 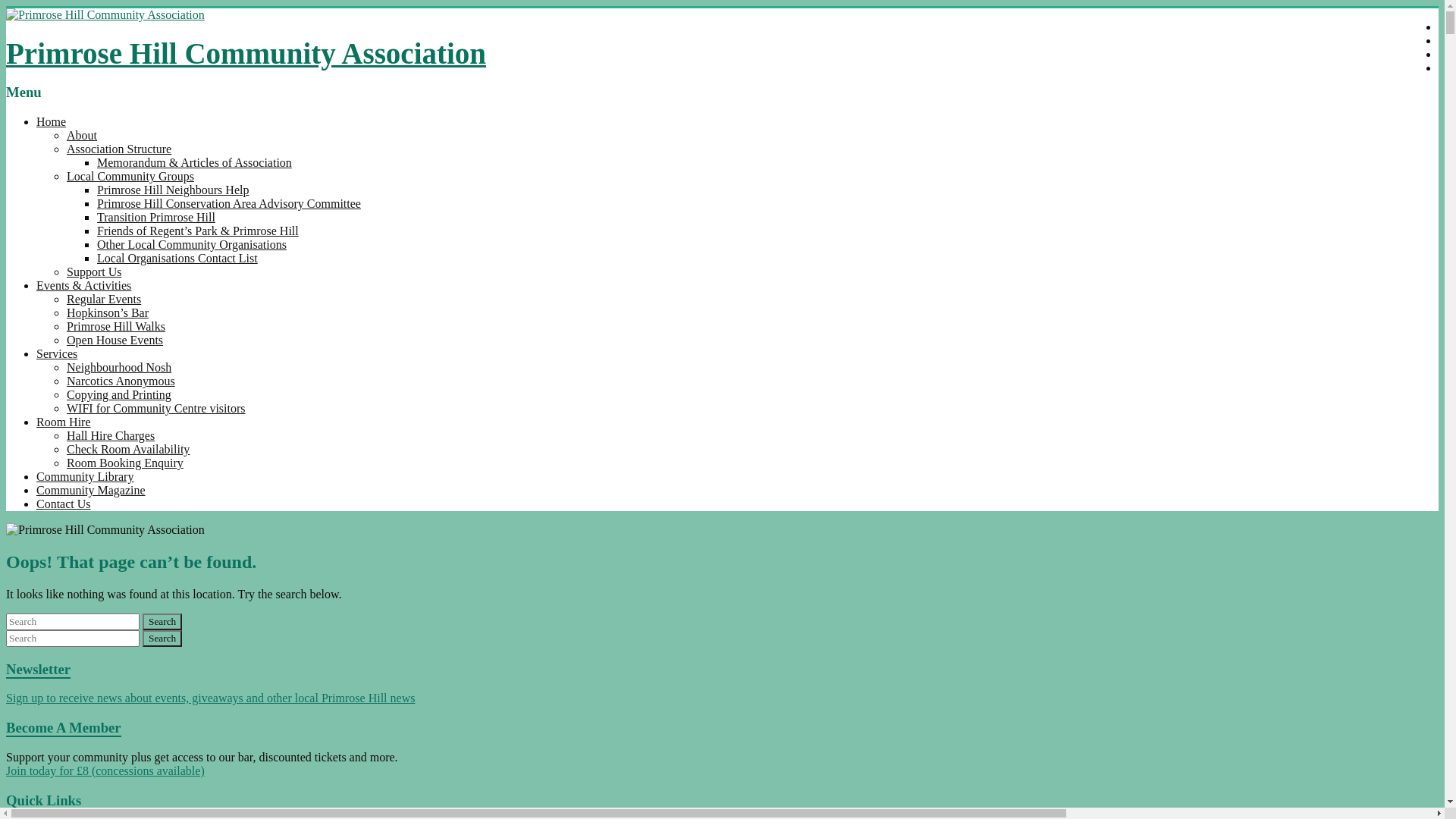 I want to click on 'Association Structure', so click(x=118, y=149).